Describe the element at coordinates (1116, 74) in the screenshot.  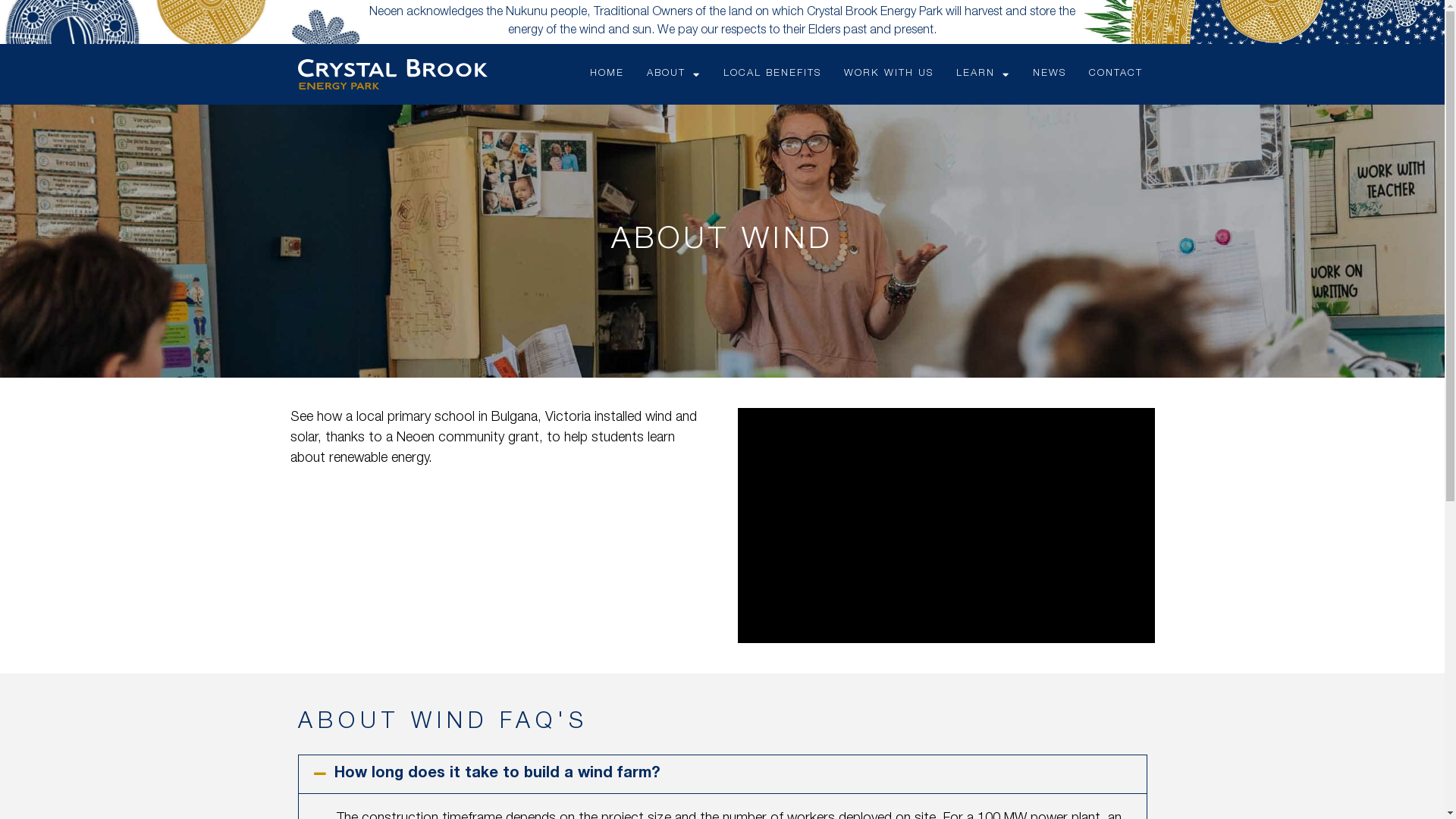
I see `'CONTACT'` at that location.